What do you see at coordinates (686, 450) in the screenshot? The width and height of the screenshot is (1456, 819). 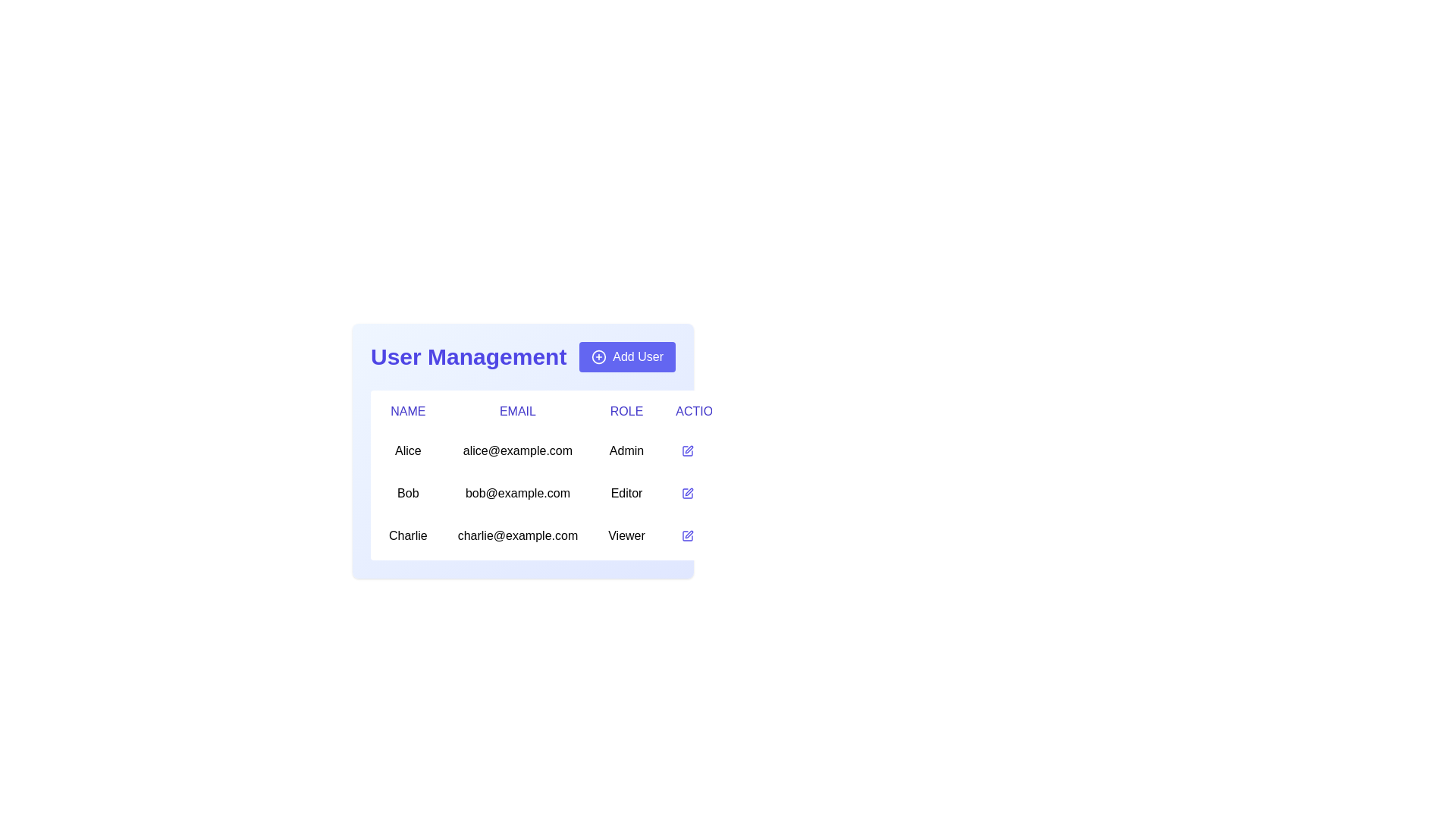 I see `the button with an icon in the 'Action' column of the 'User Management' table for user 'Alice'` at bounding box center [686, 450].